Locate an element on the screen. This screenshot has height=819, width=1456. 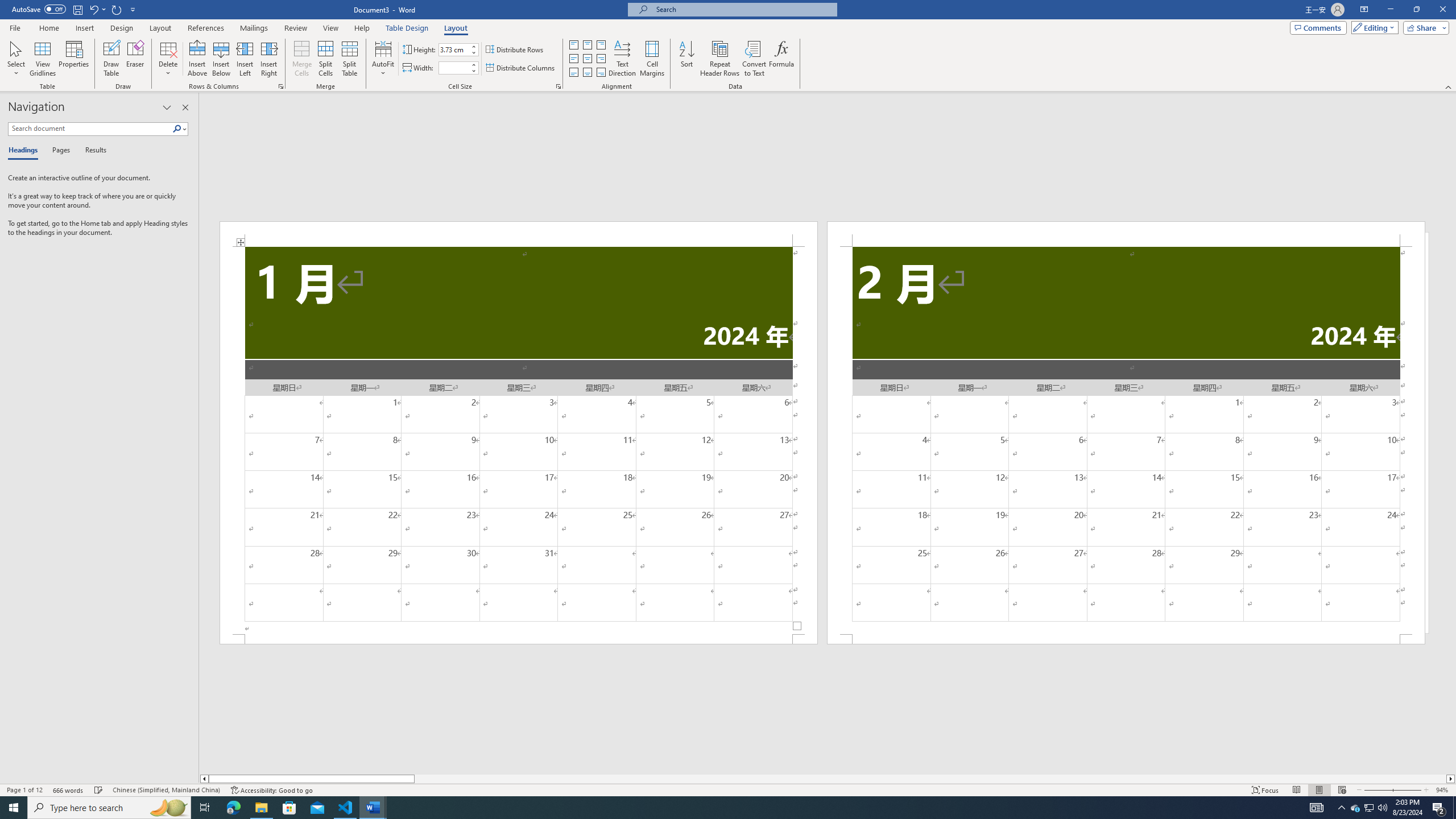
'Formula...' is located at coordinates (781, 59).